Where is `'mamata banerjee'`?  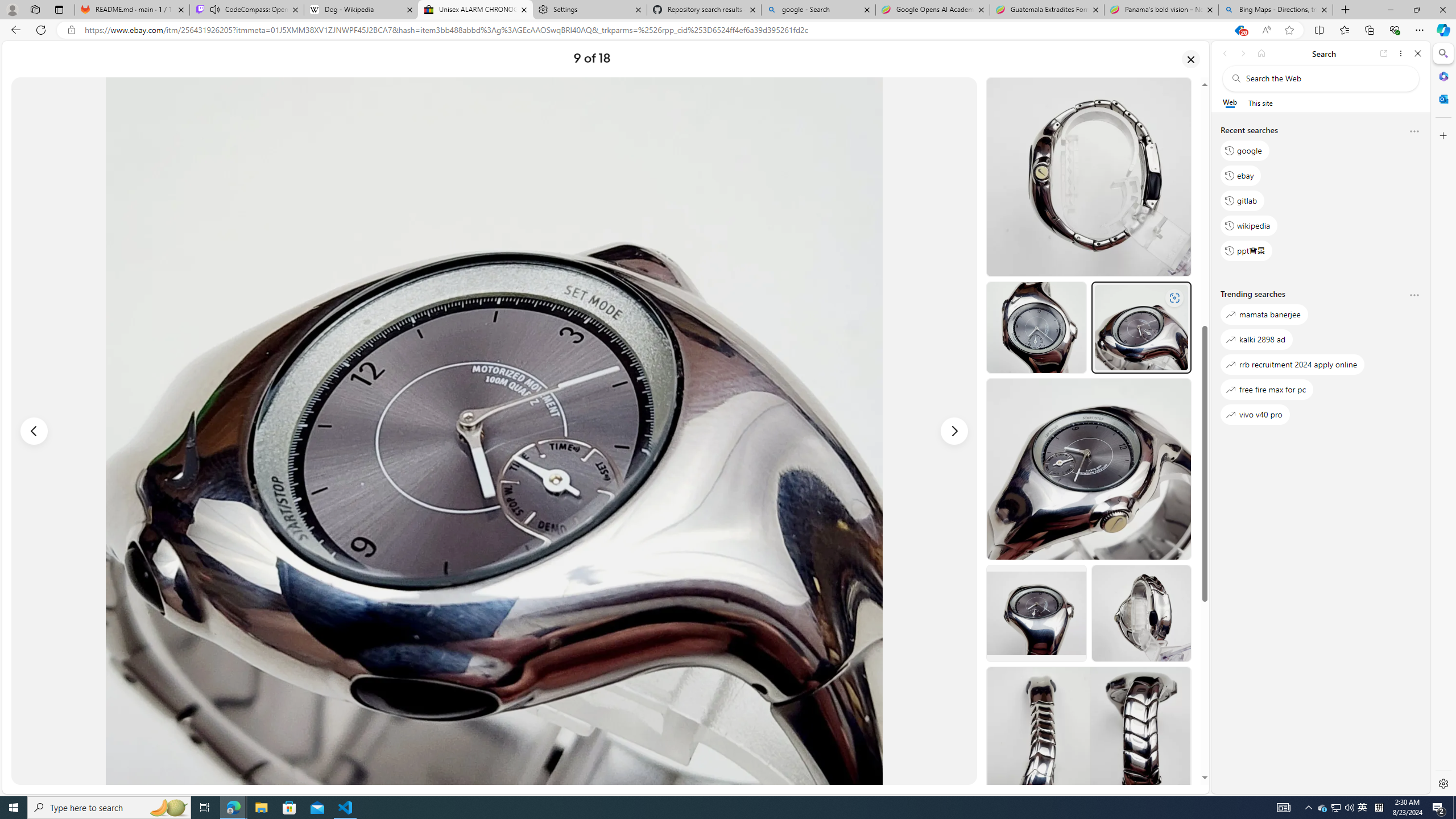
'mamata banerjee' is located at coordinates (1263, 314).